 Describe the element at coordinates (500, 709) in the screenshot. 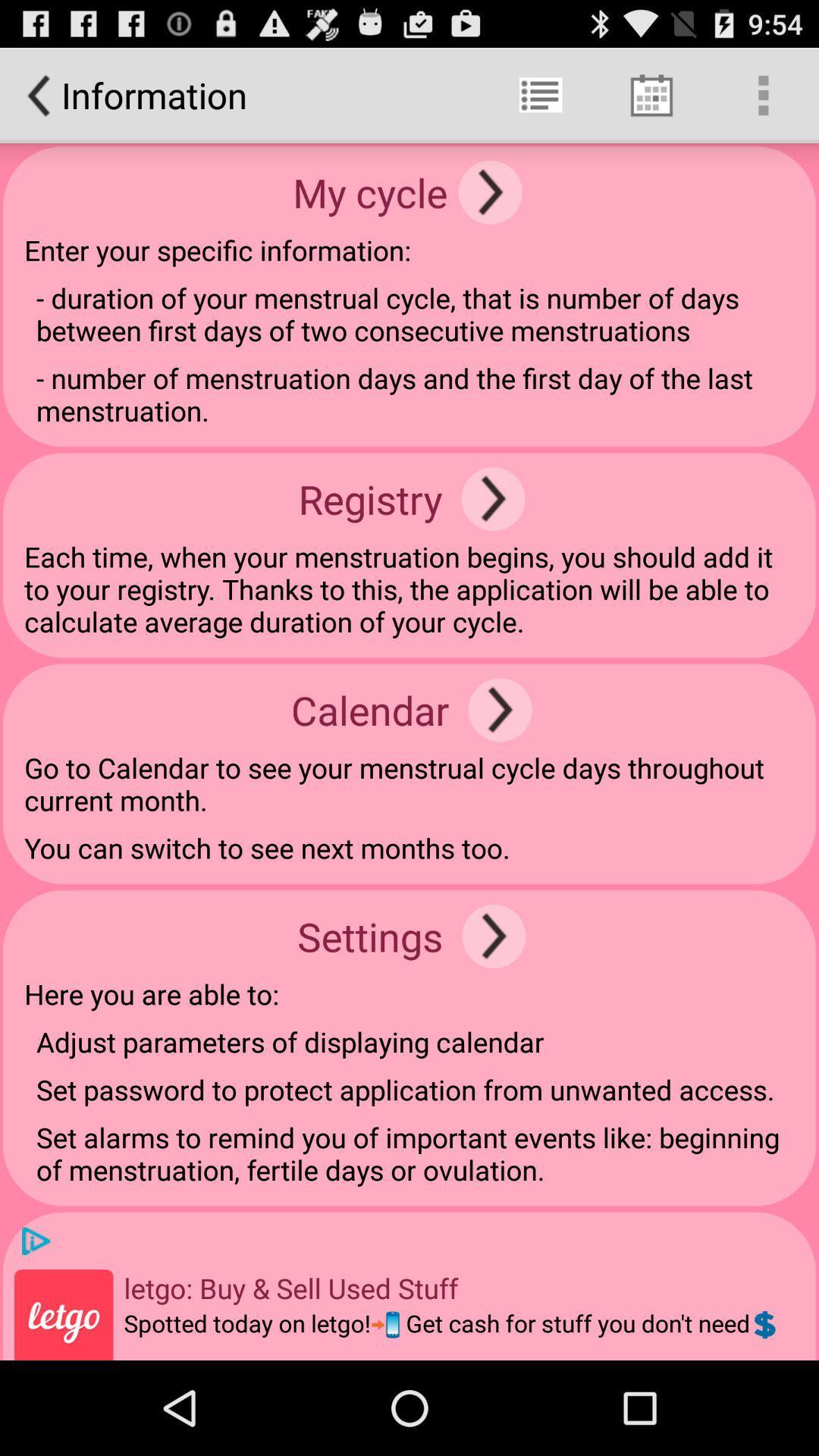

I see `icon next to the calendar icon` at that location.